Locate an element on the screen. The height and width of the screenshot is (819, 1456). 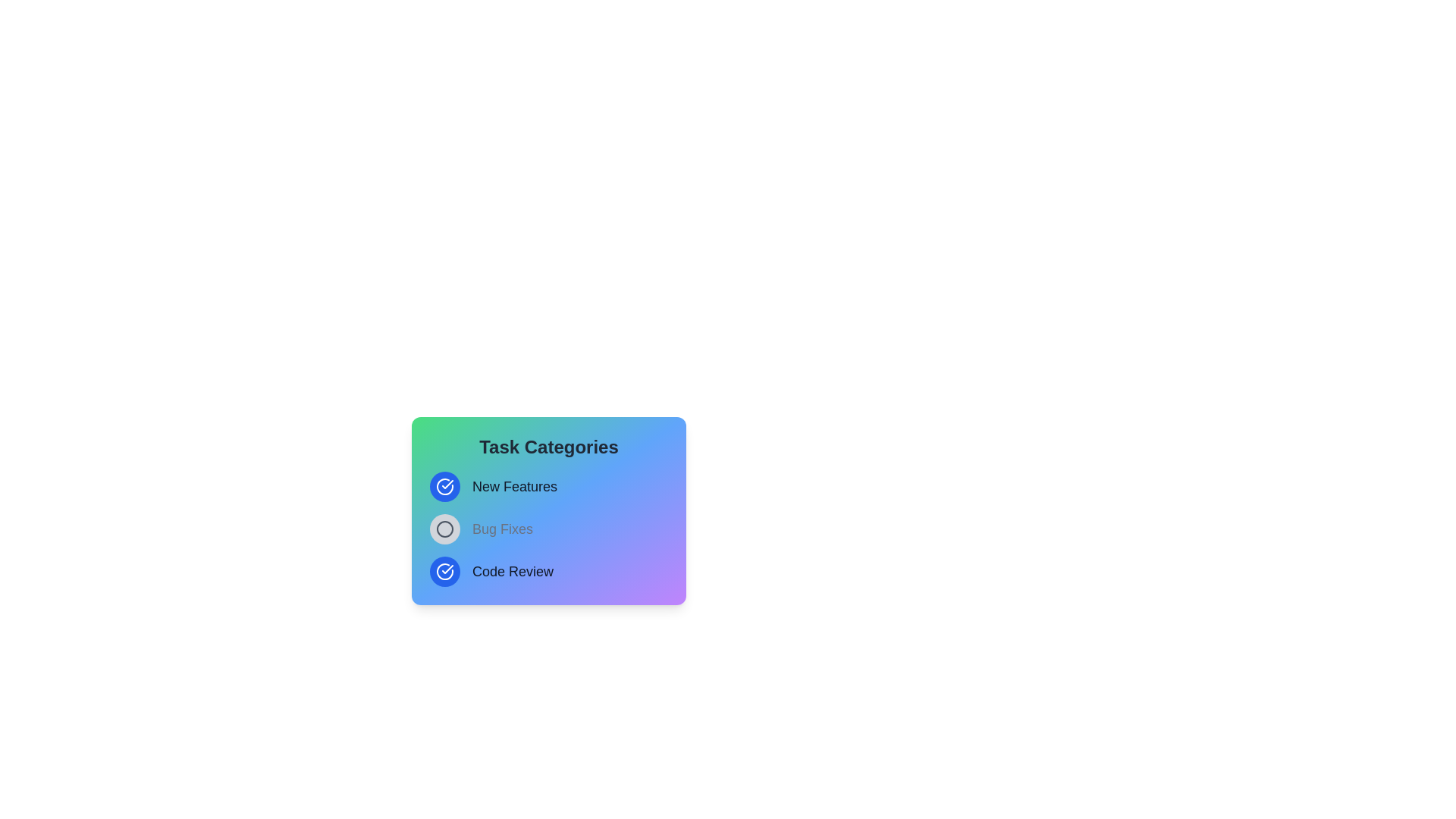
the checklist item labeled New Features is located at coordinates (444, 486).